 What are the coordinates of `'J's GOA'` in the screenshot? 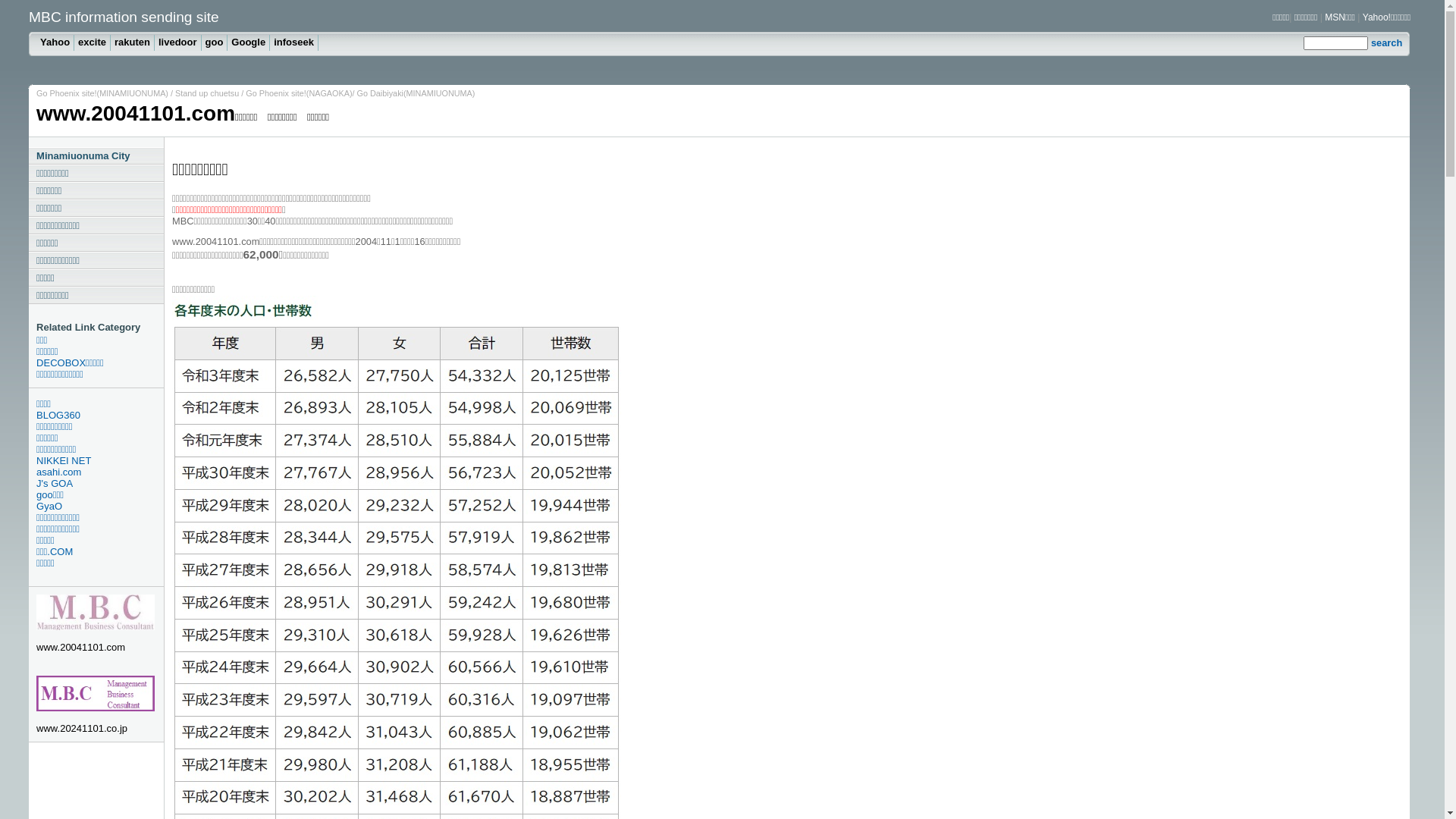 It's located at (36, 483).